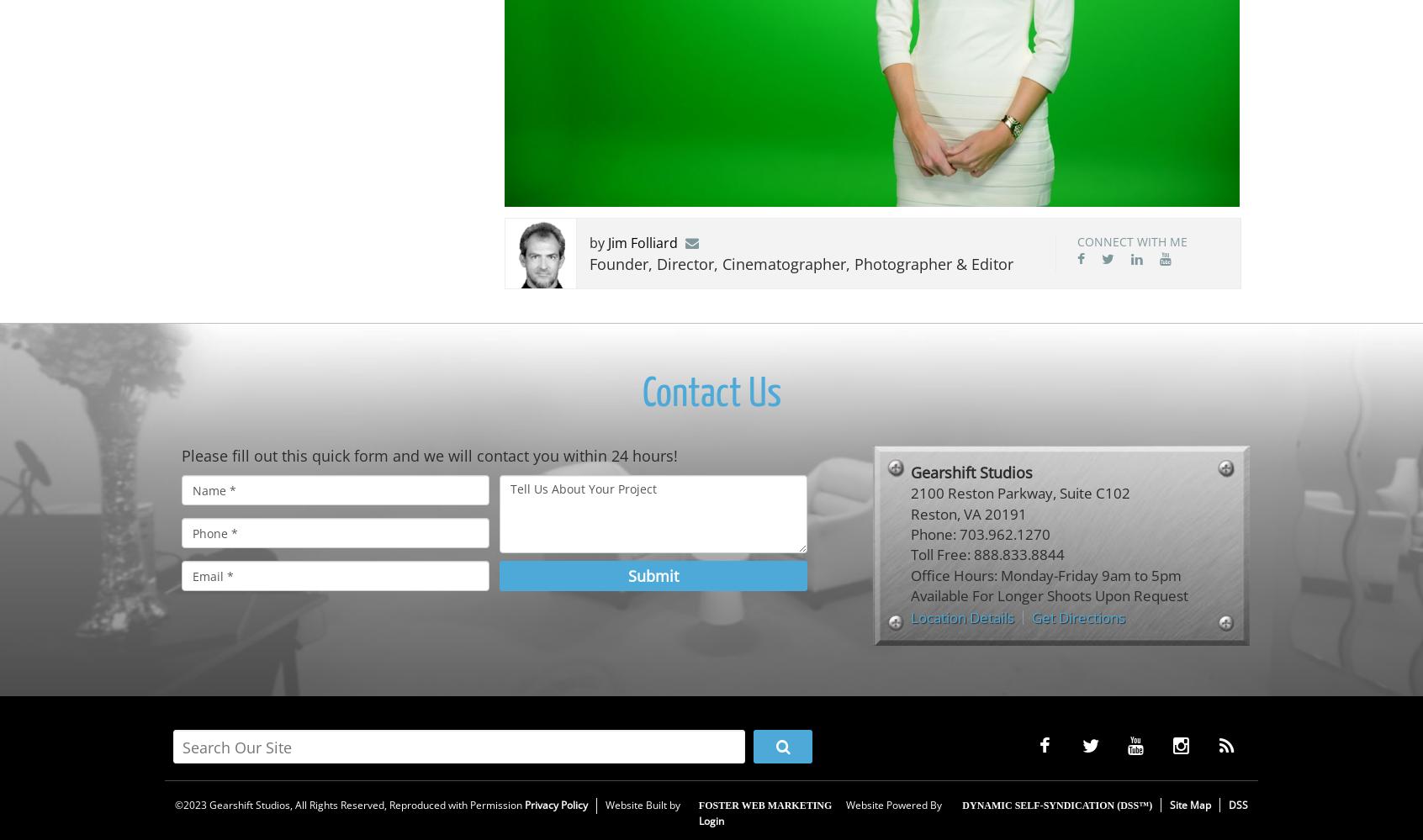  What do you see at coordinates (910, 472) in the screenshot?
I see `'Gearshift Studios'` at bounding box center [910, 472].